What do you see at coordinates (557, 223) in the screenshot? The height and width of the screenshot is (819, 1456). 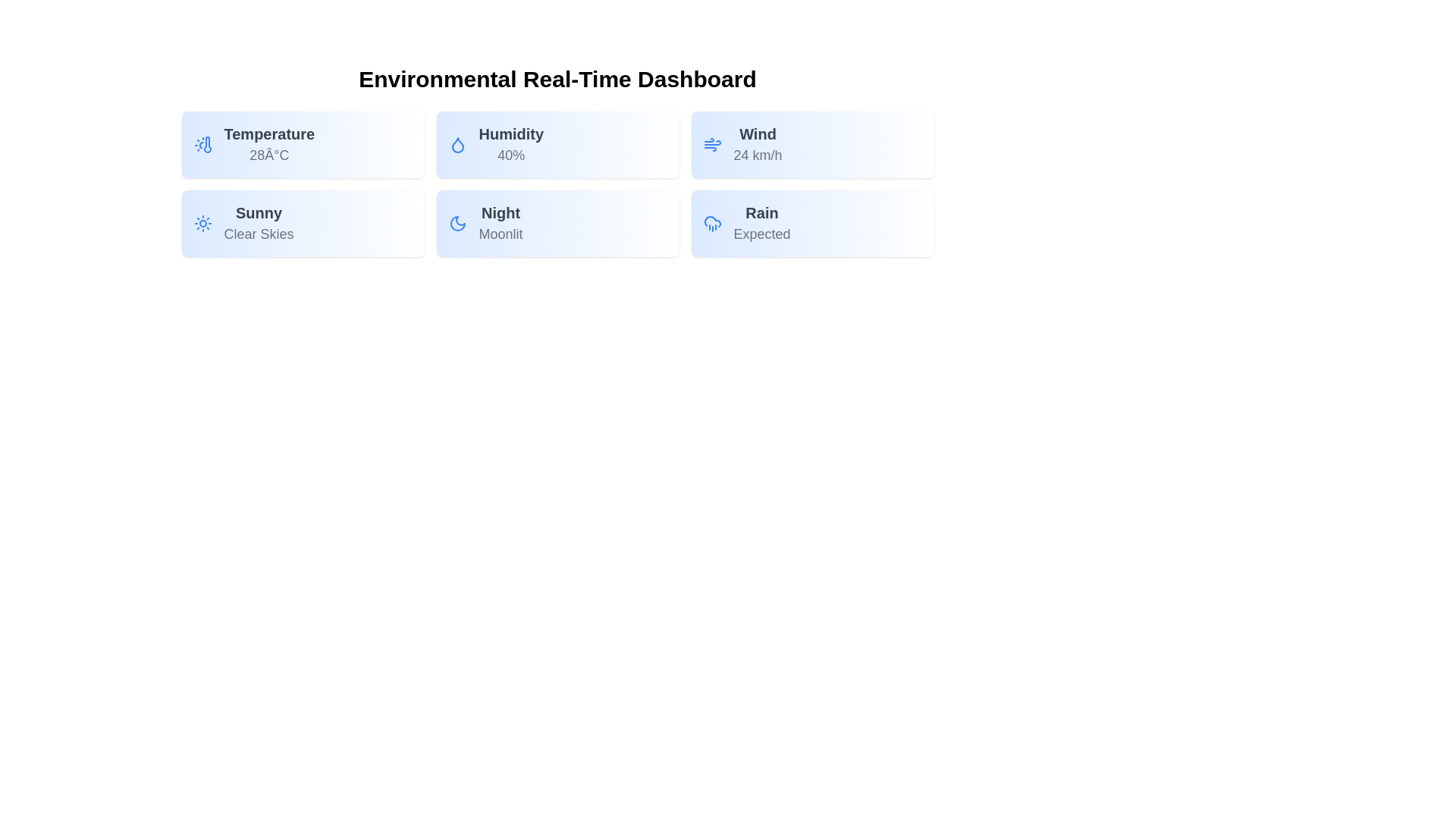 I see `the card titled 'Night' with a subtitle 'Moonlit', which features a gradient background and is positioned in the second row and second column of the grid layout` at bounding box center [557, 223].